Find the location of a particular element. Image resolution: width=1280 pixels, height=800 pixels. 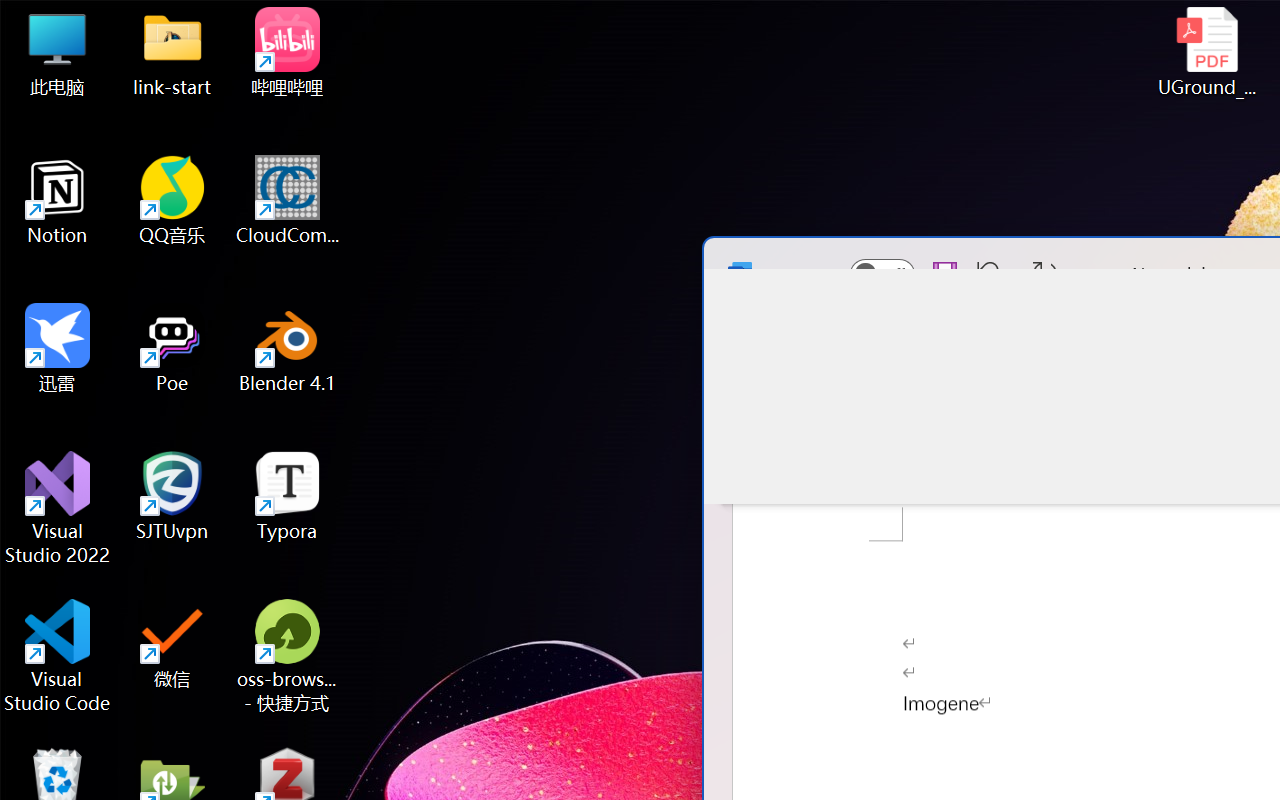

'Visual Studio Code' is located at coordinates (57, 655).